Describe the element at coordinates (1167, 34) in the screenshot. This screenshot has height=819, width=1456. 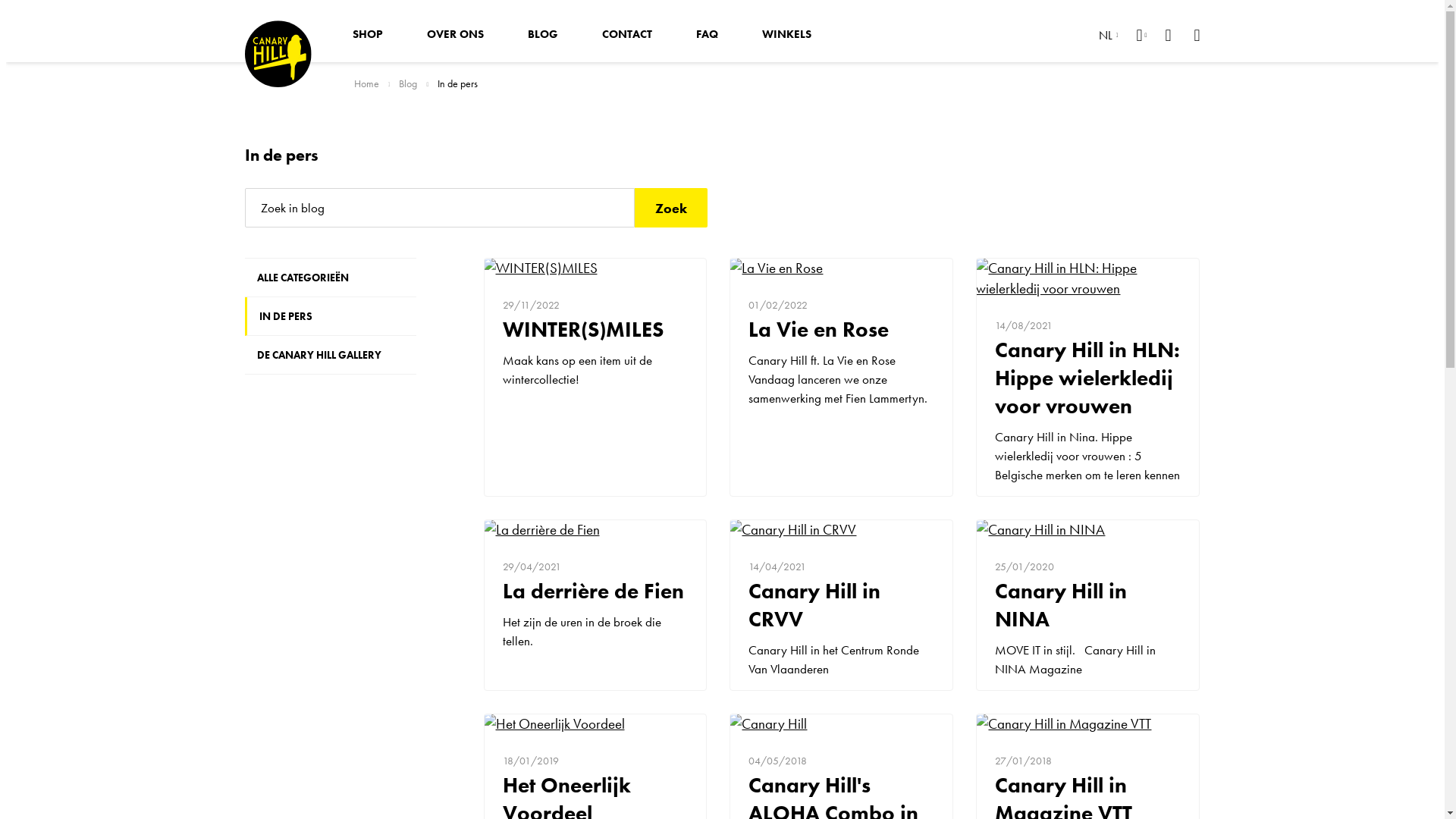
I see `'Verlanglijst'` at that location.